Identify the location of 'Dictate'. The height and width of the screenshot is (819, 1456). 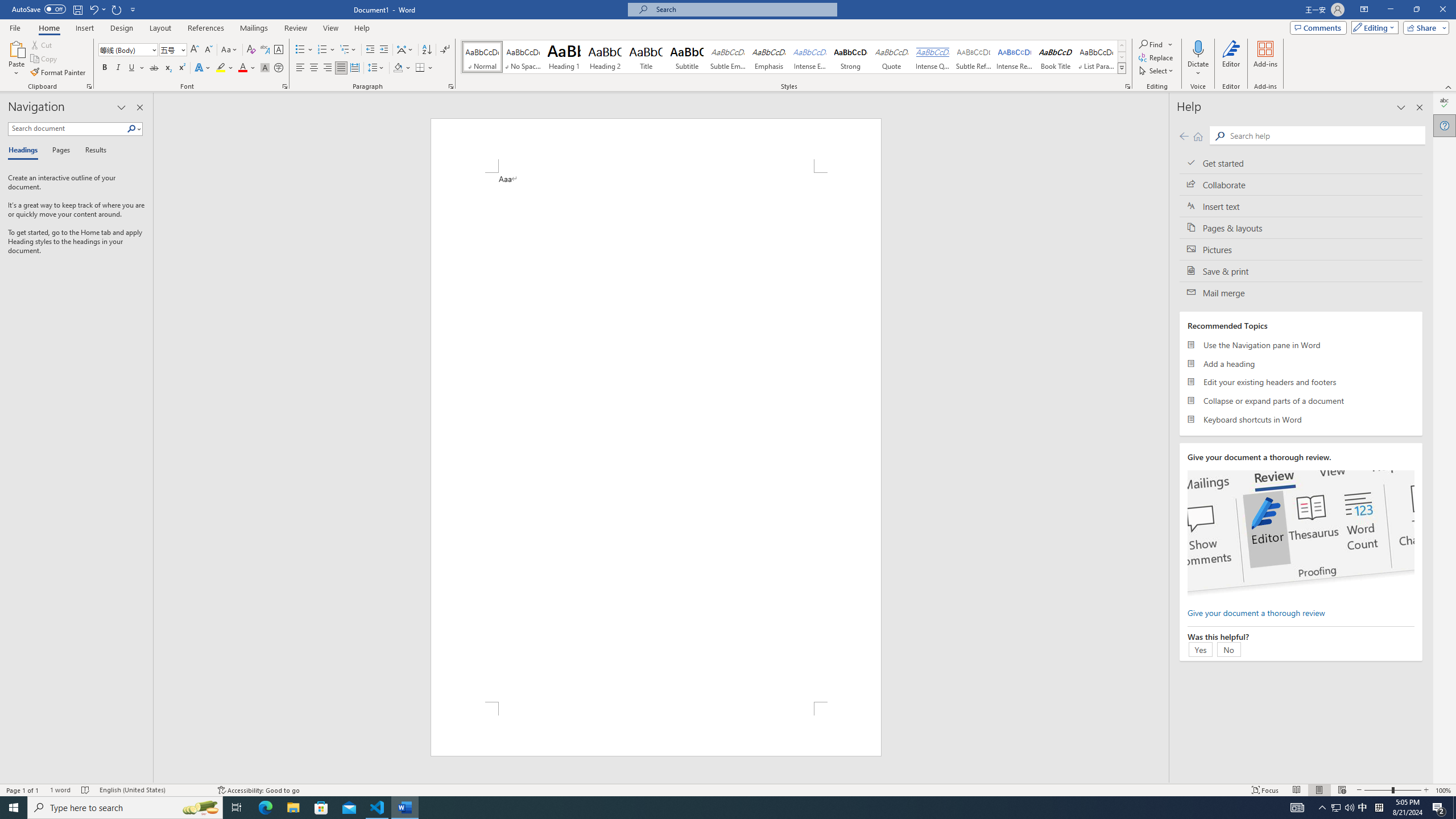
(1198, 59).